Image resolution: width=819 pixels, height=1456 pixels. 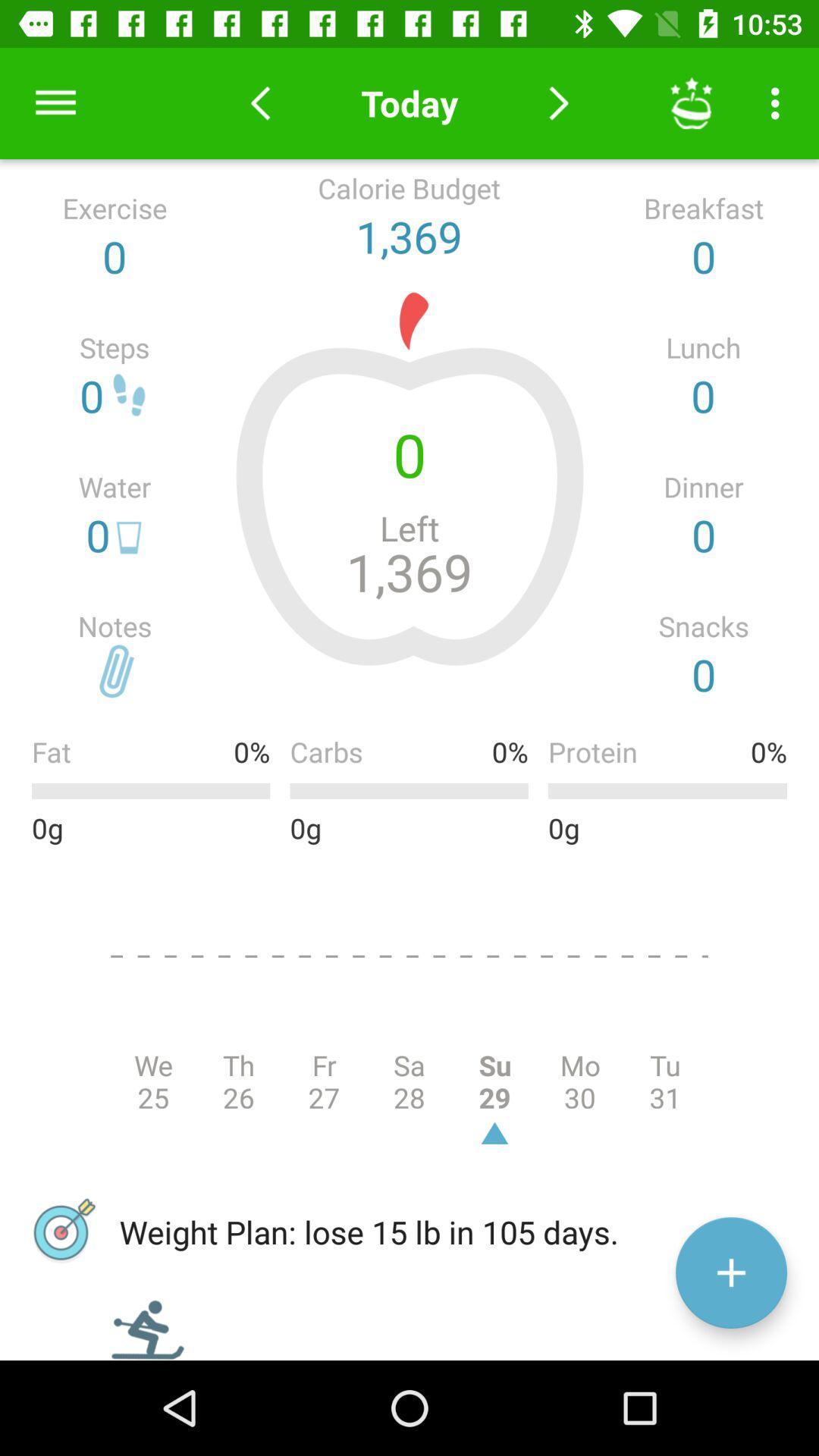 What do you see at coordinates (259, 102) in the screenshot?
I see `previous pattern` at bounding box center [259, 102].